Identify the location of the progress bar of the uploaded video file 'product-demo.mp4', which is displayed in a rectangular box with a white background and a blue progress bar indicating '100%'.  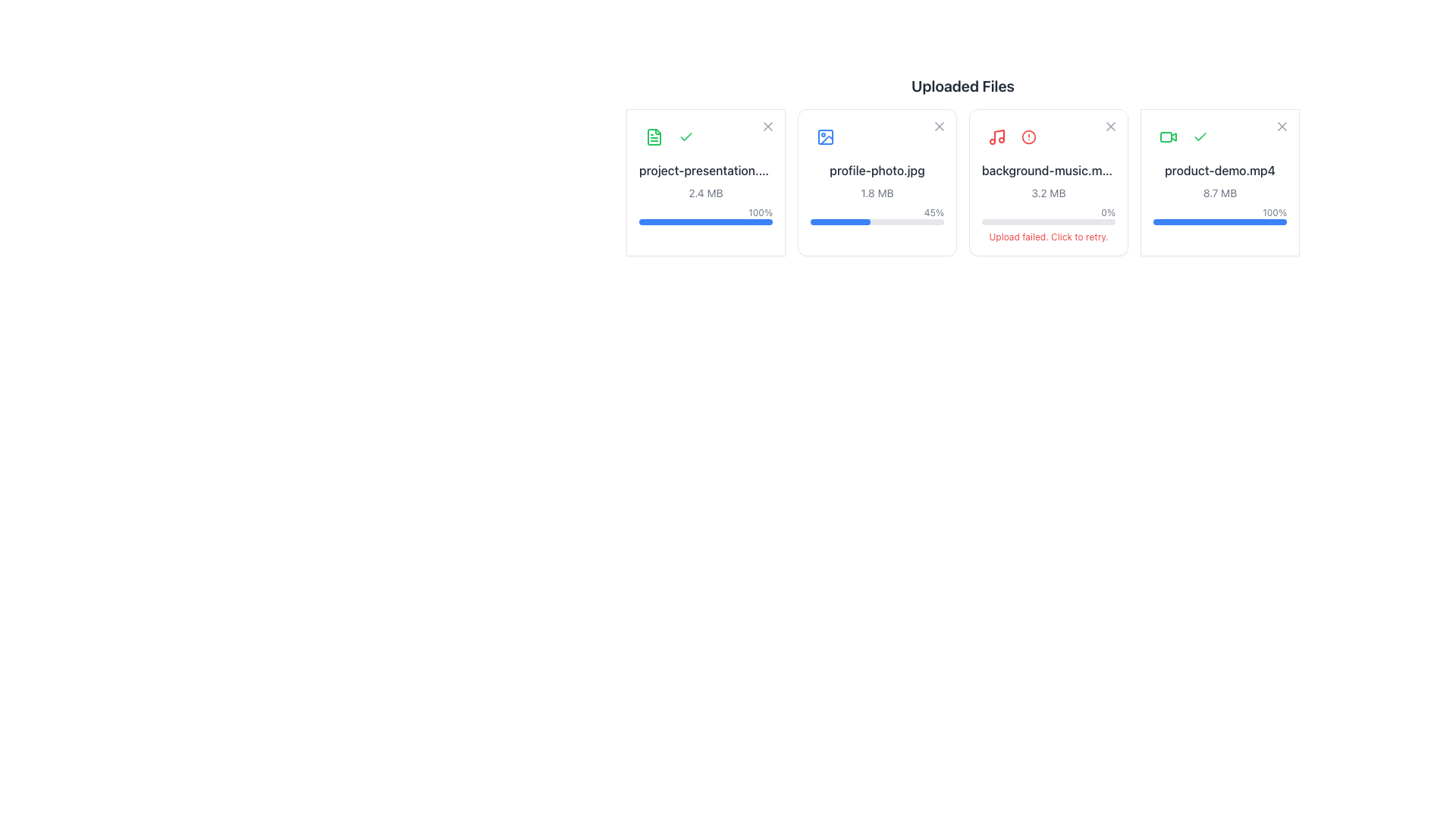
(1219, 181).